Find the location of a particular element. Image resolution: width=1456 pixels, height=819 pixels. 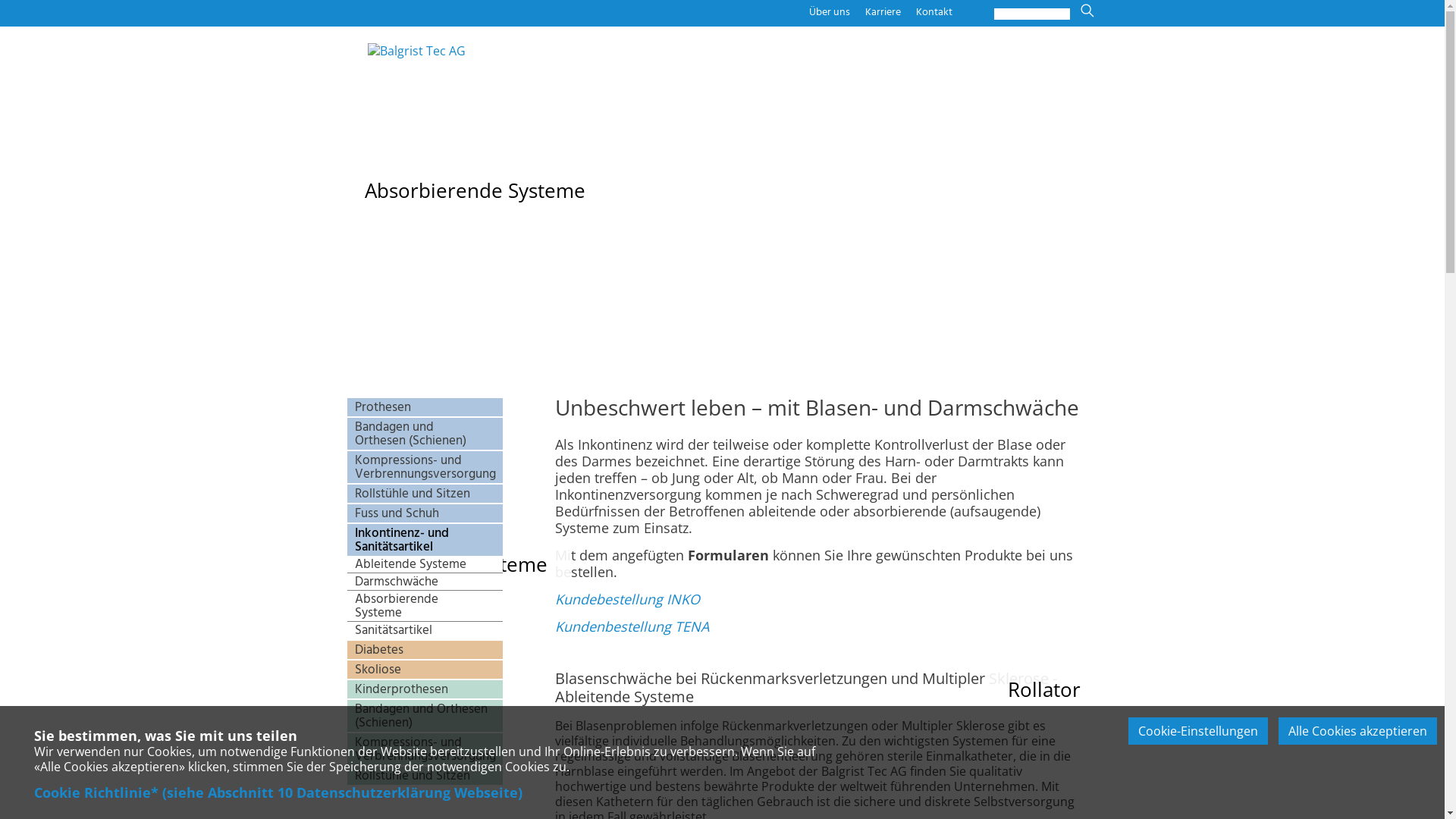

' ' is located at coordinates (708, 626).